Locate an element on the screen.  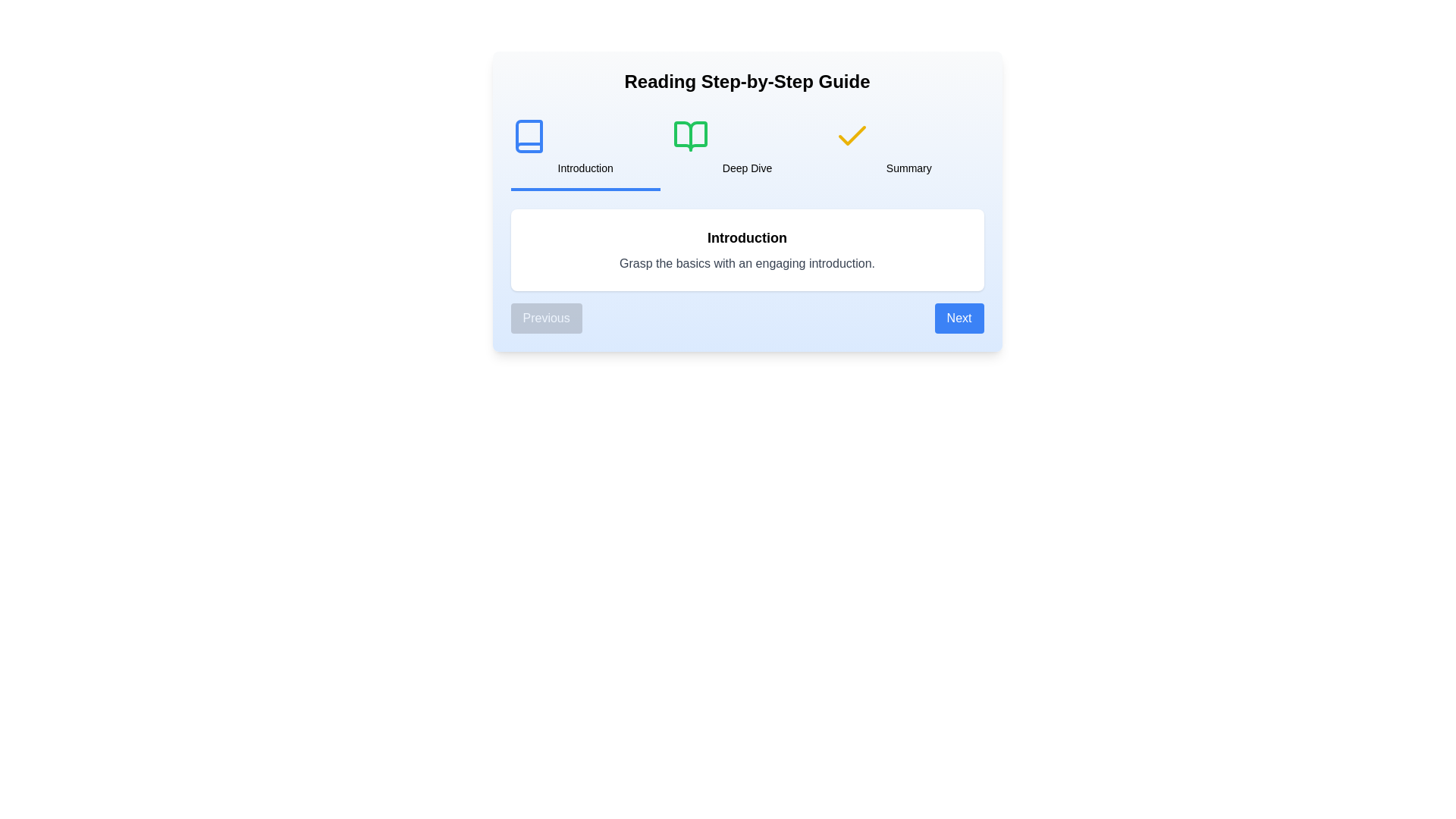
the step title Deep Dive to switch to the corresponding step is located at coordinates (746, 149).